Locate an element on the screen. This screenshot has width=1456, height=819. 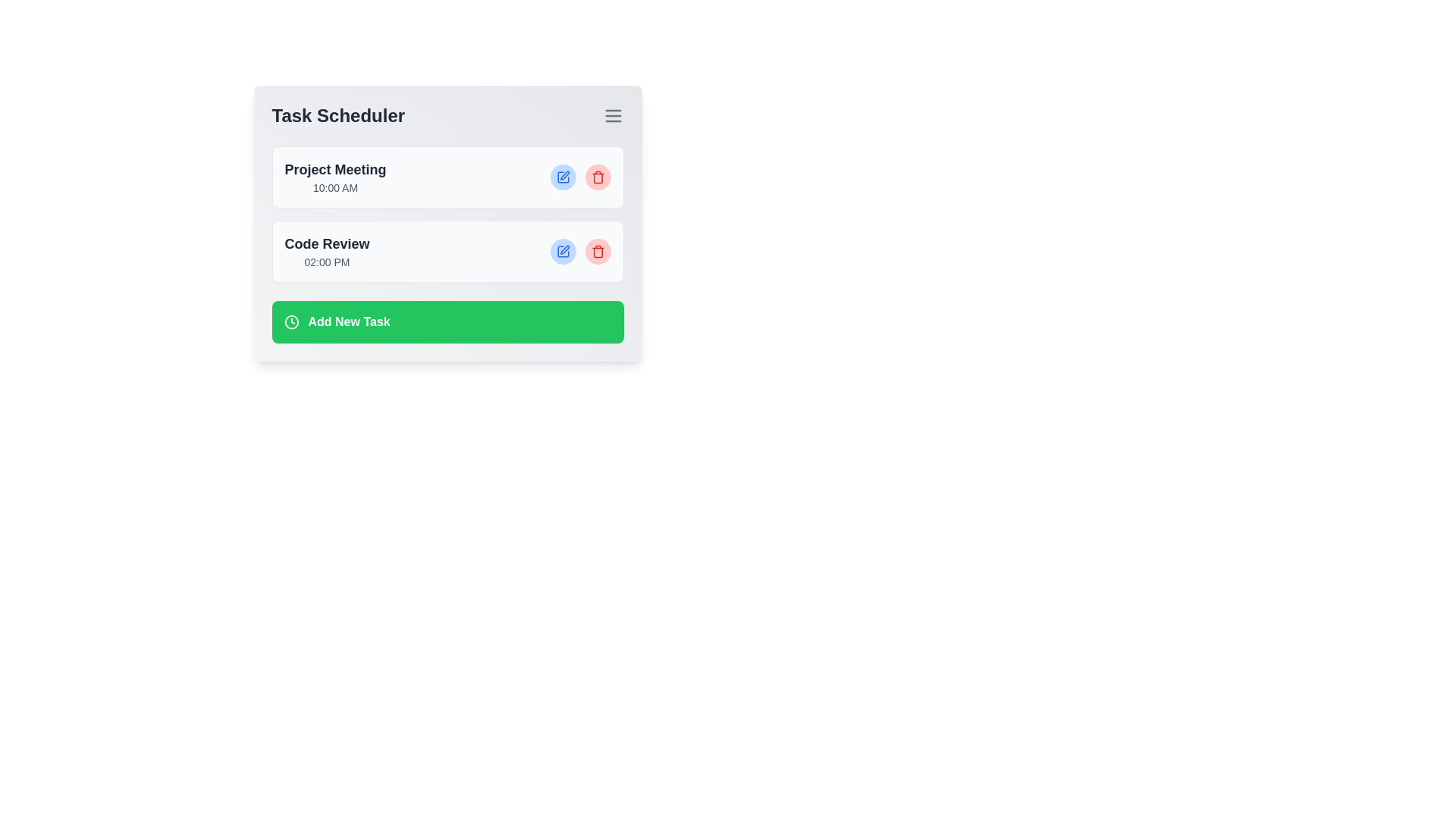
the static text label displaying 'Code Review', which is styled prominently in bold and dark gray font, located above '02:00 PM' in the second task block of the 'Task Scheduler' section is located at coordinates (326, 243).